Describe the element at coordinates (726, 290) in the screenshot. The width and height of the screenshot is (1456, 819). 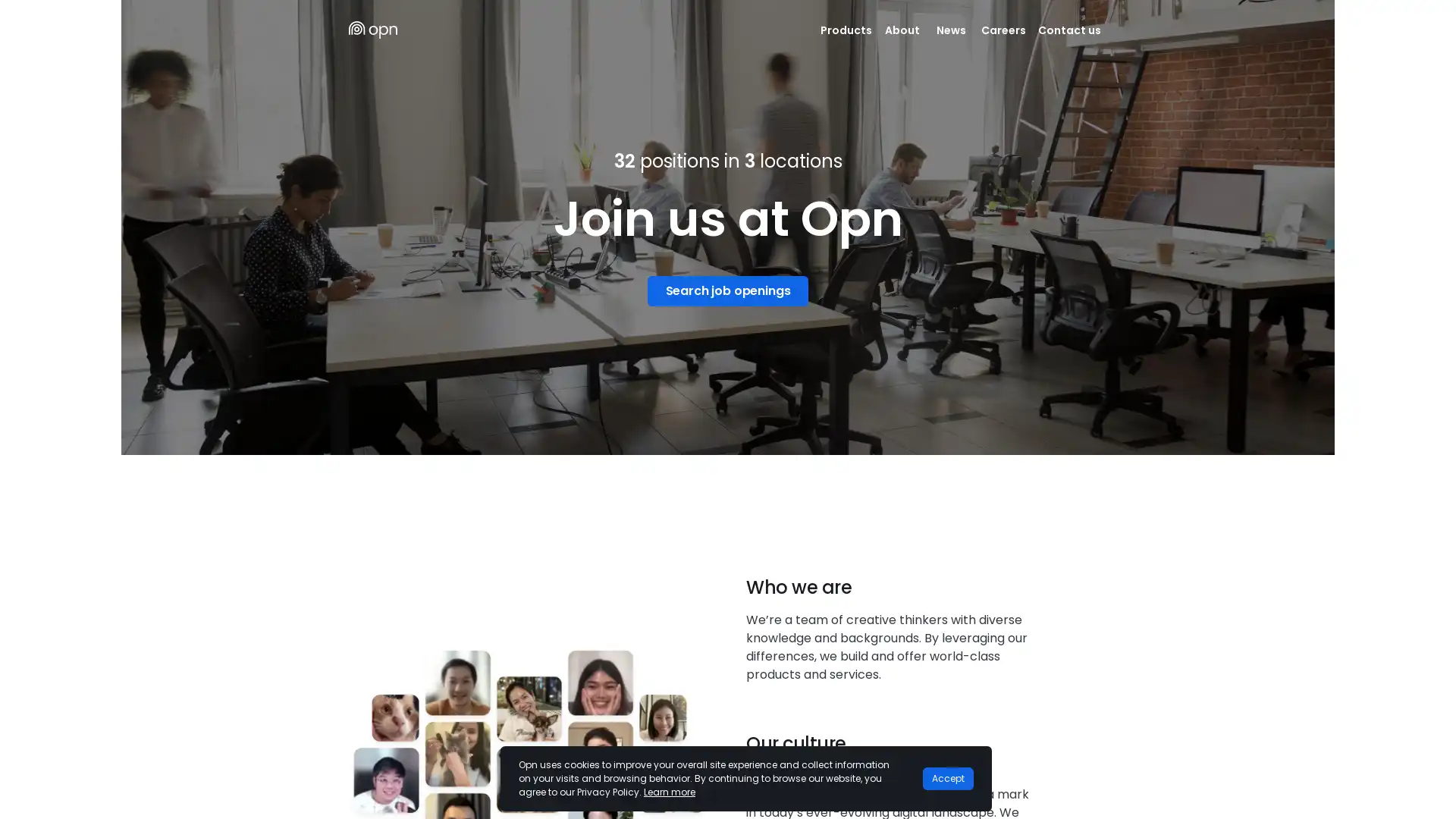
I see `Search job openings` at that location.